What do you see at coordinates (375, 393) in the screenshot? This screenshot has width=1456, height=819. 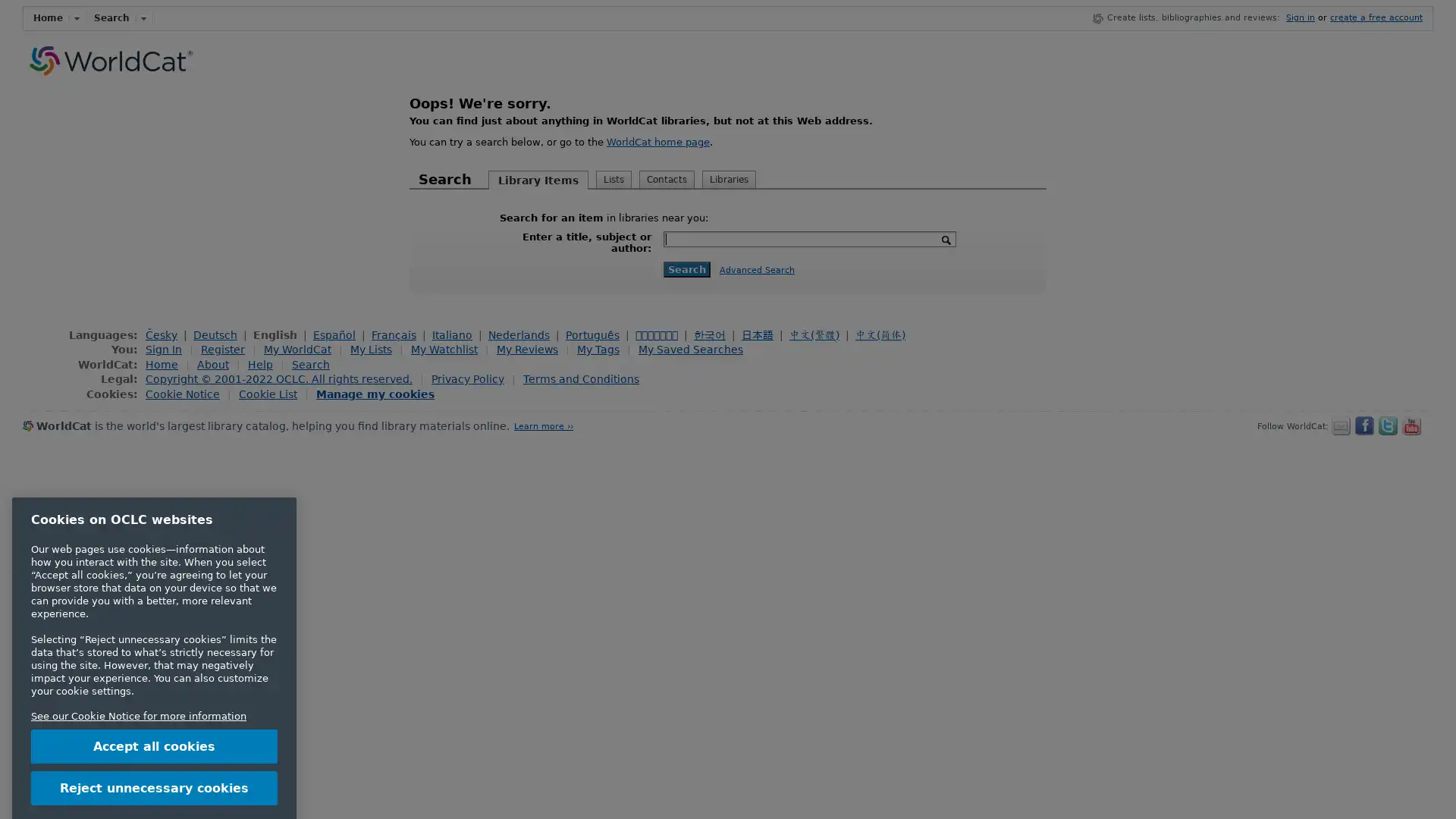 I see `Manage my cookies` at bounding box center [375, 393].